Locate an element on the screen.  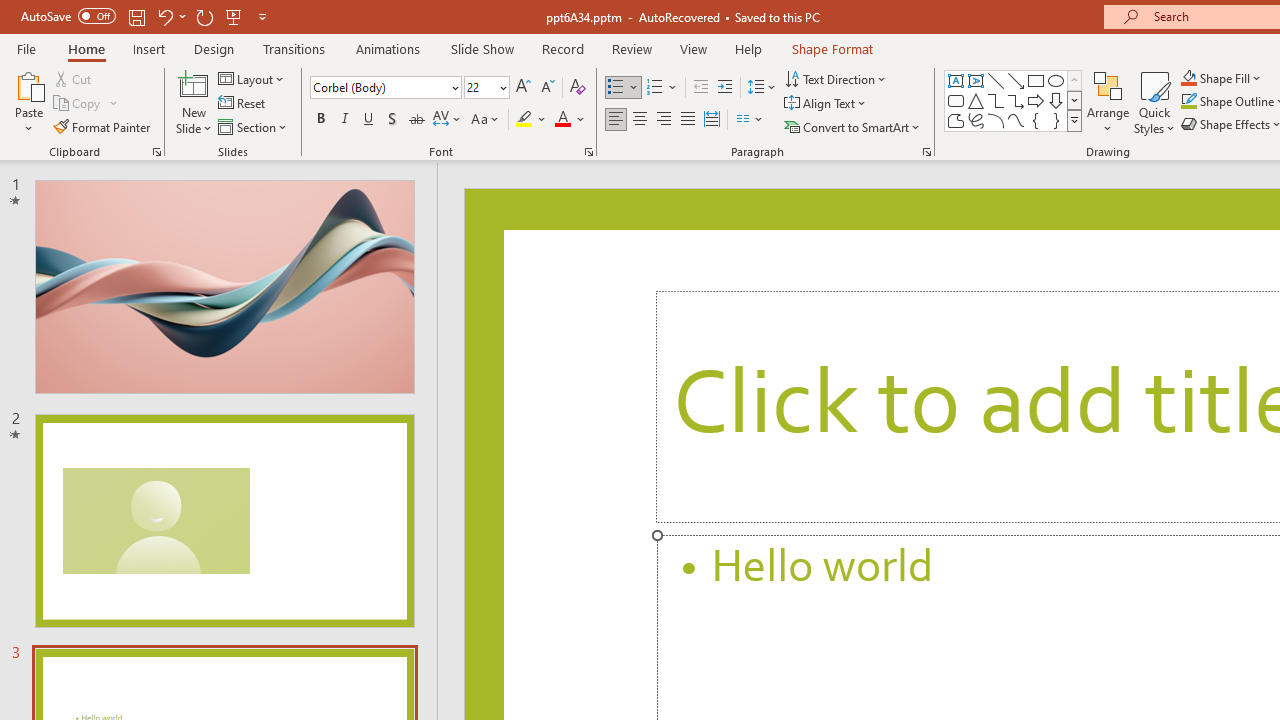
'Shape Fill Red, Accent 2' is located at coordinates (1189, 77).